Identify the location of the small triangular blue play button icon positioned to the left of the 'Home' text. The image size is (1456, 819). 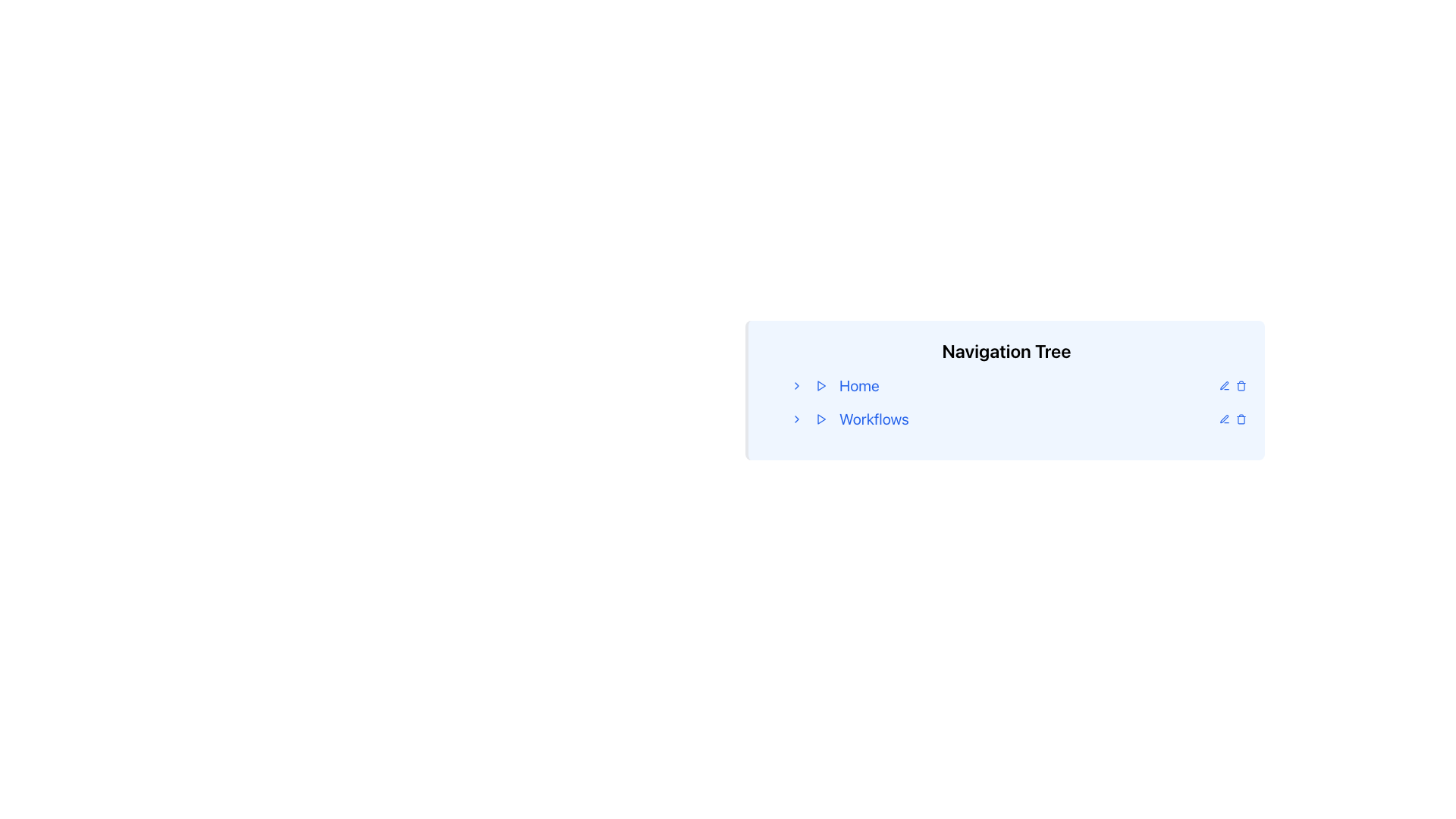
(821, 385).